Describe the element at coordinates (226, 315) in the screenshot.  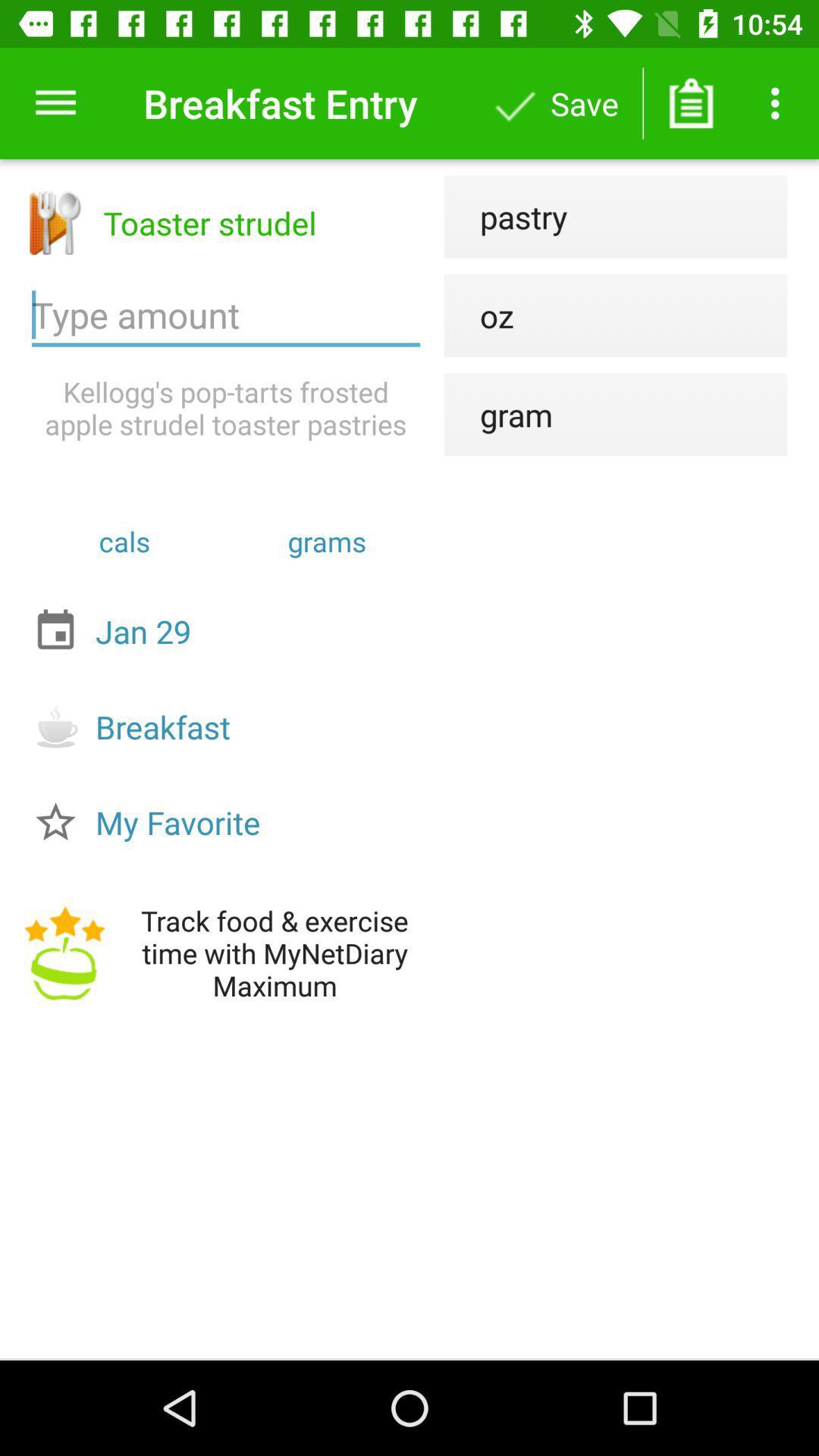
I see `amount eaten` at that location.